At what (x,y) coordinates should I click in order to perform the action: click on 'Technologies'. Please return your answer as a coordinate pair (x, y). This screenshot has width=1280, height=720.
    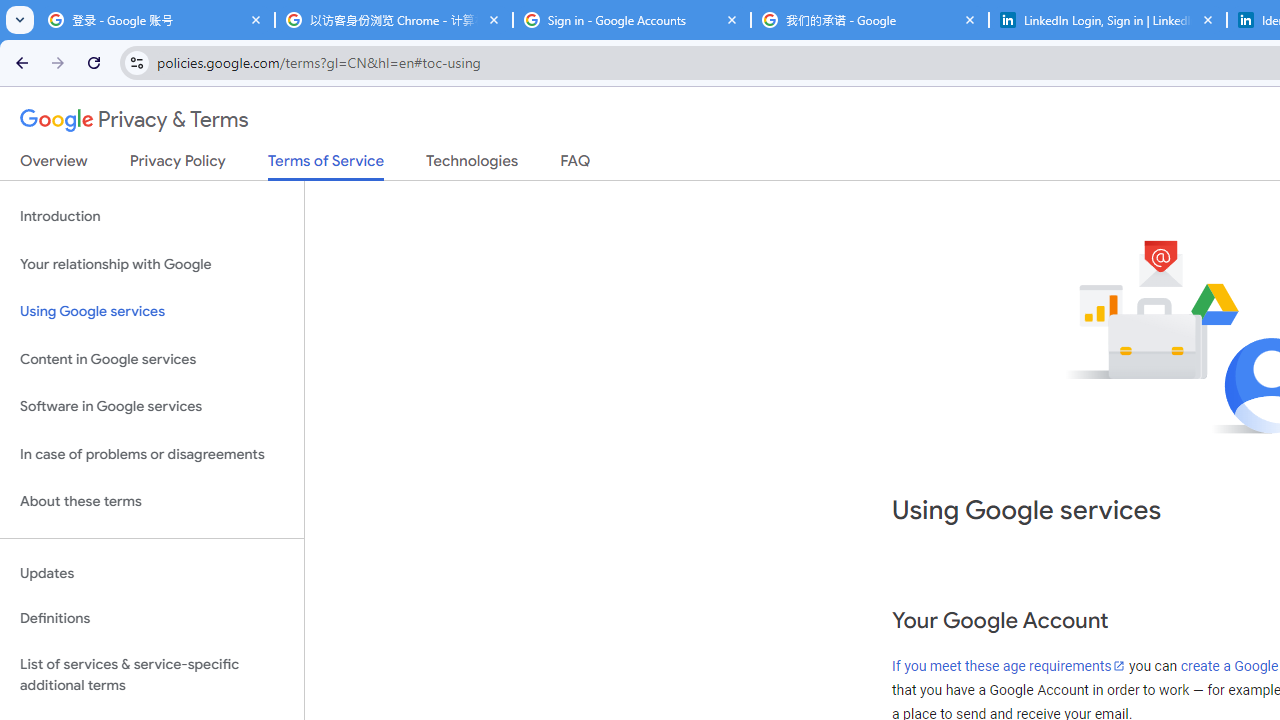
    Looking at the image, I should click on (471, 164).